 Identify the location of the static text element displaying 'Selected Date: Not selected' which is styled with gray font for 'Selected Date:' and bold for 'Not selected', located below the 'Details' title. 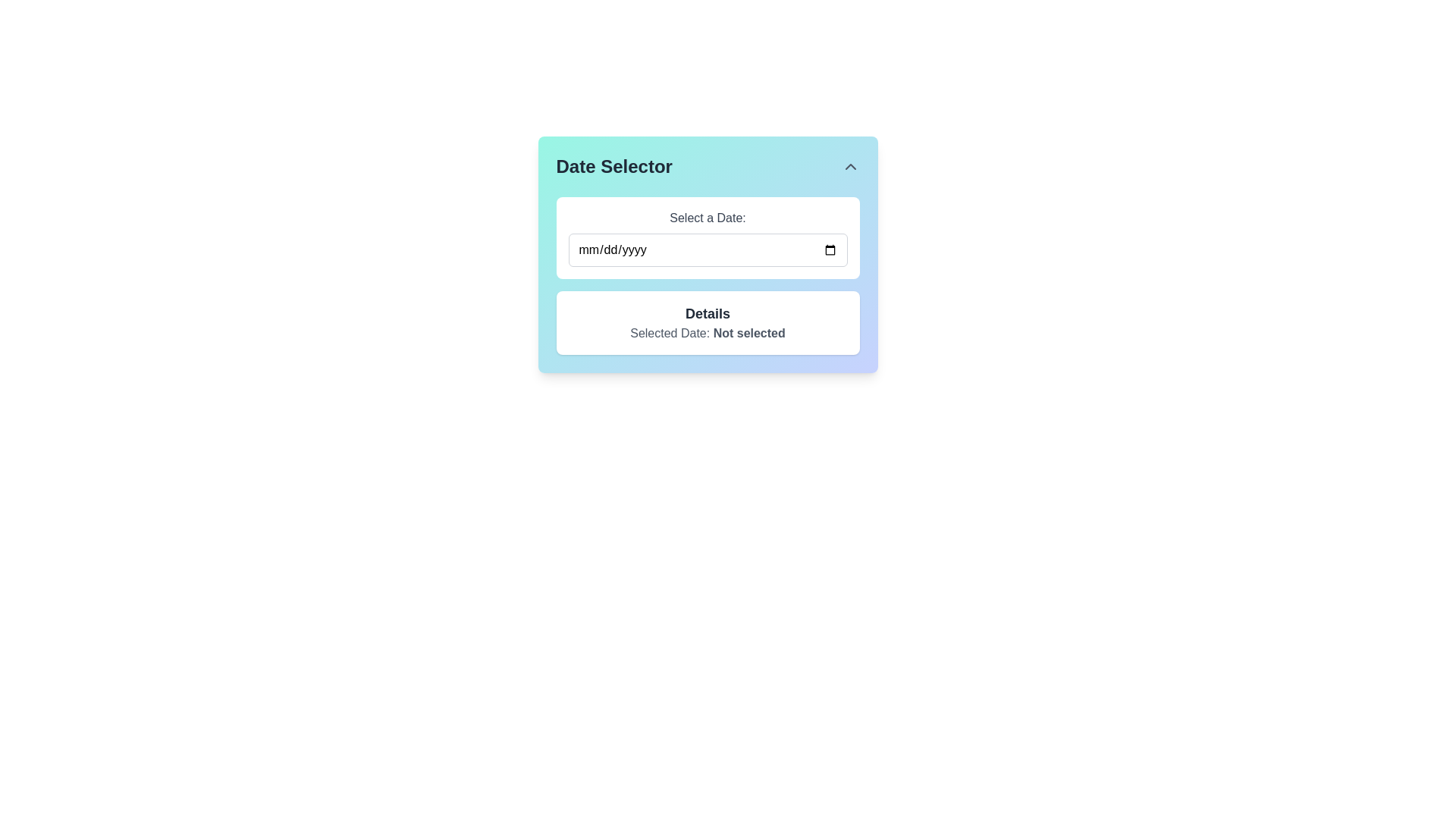
(707, 332).